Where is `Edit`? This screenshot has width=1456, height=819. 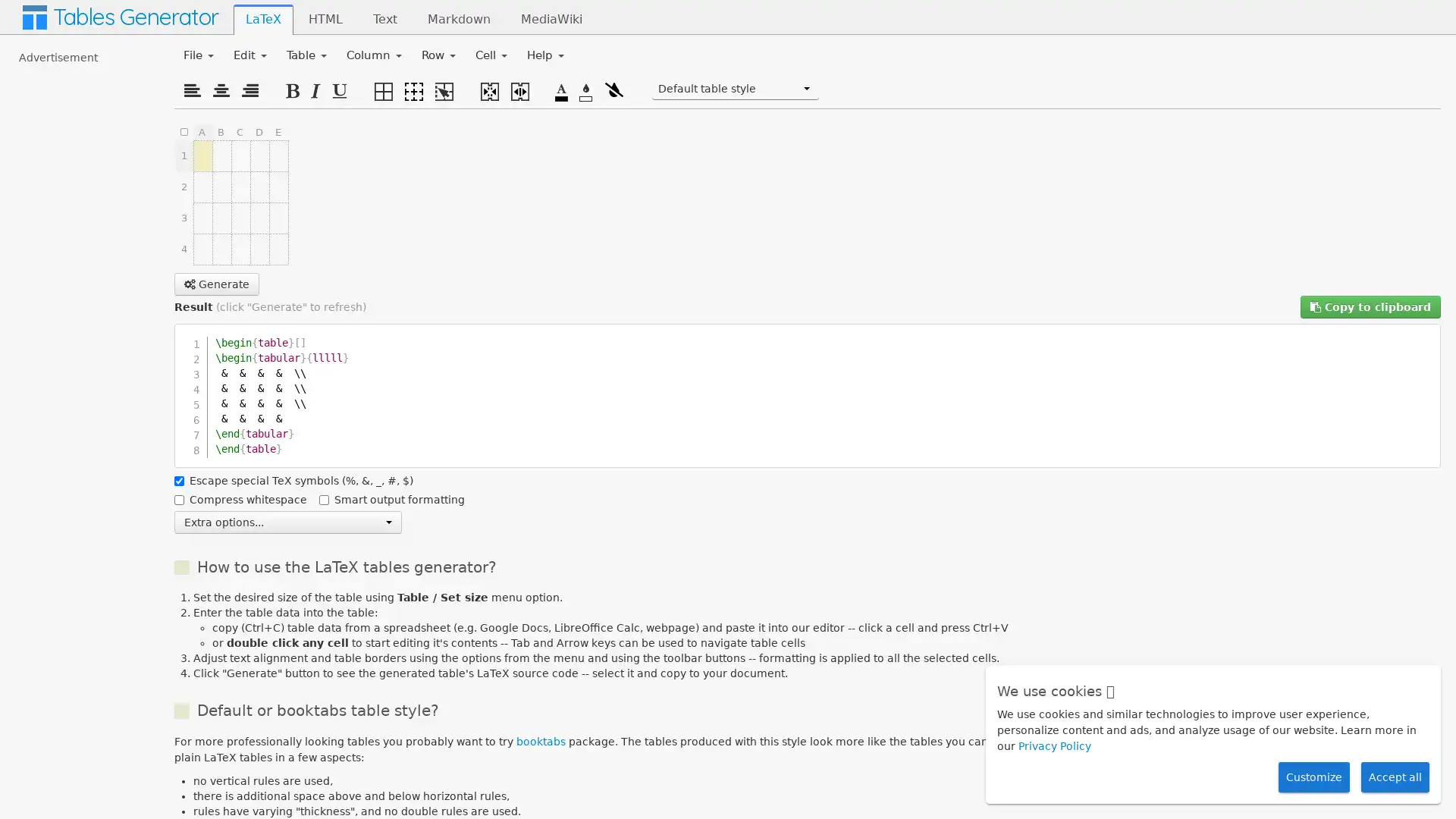 Edit is located at coordinates (250, 55).